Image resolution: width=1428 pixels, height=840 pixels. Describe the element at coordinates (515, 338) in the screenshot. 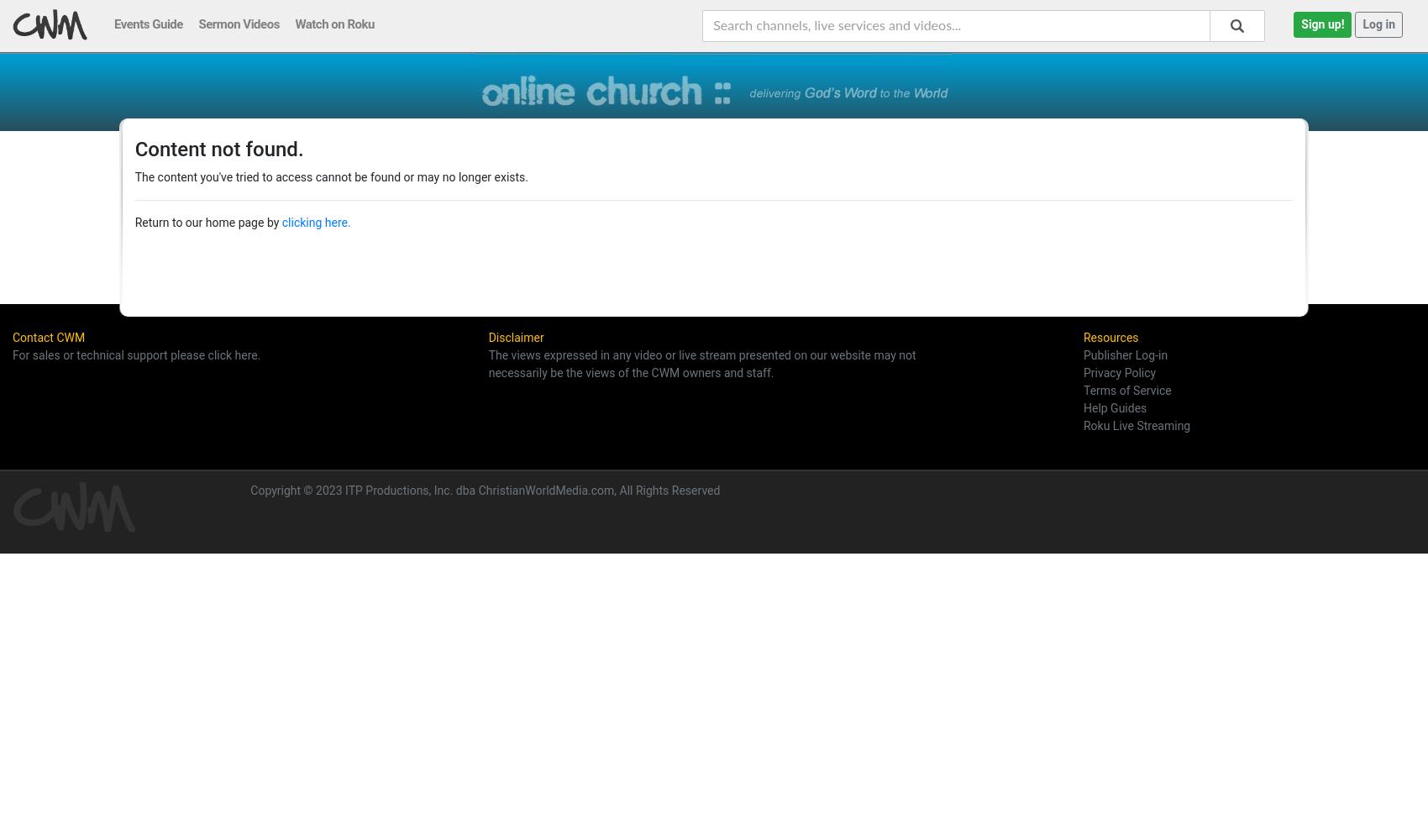

I see `'Disclaimer'` at that location.